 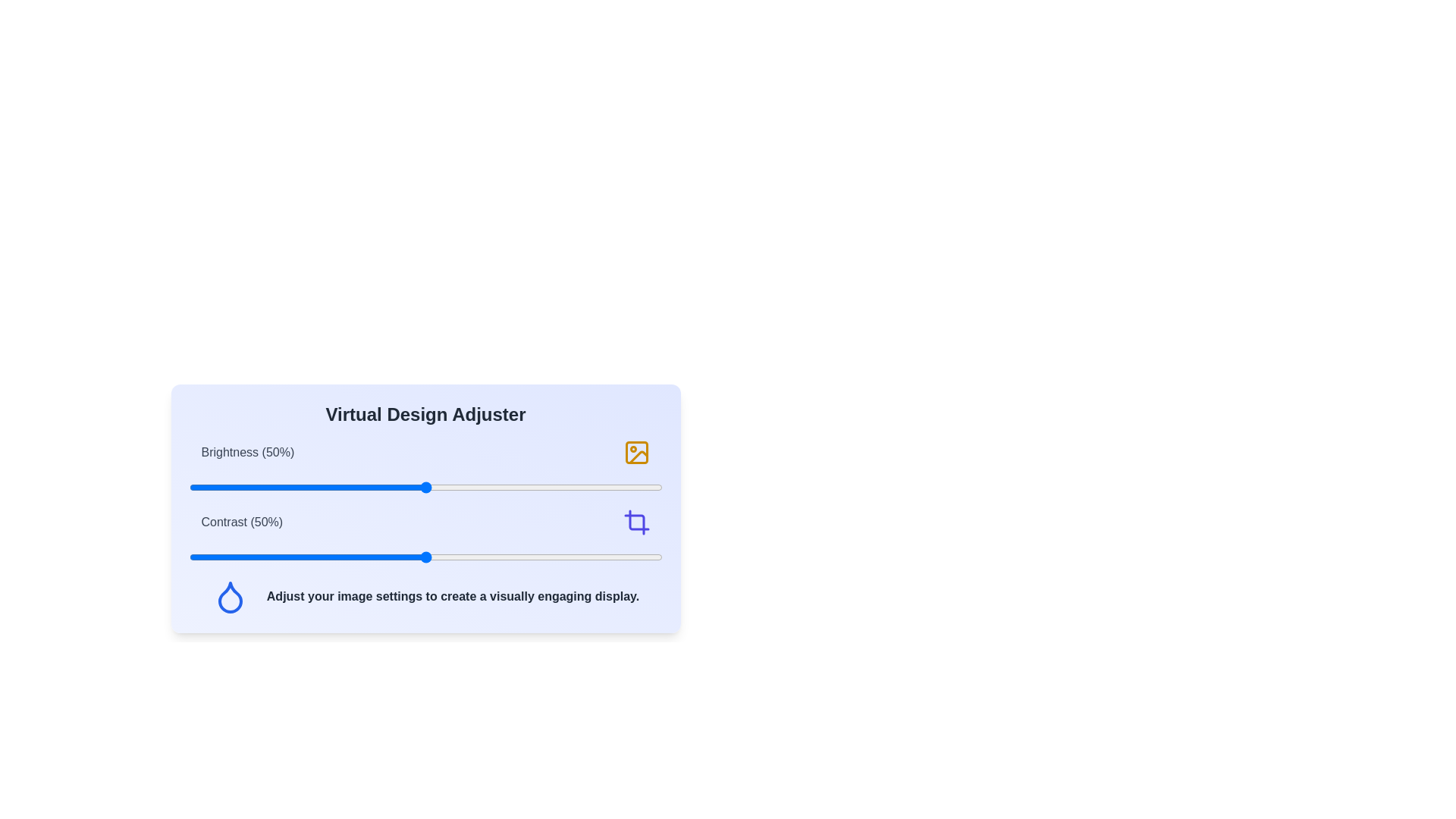 What do you see at coordinates (467, 488) in the screenshot?
I see `the brightness slider to 59%` at bounding box center [467, 488].